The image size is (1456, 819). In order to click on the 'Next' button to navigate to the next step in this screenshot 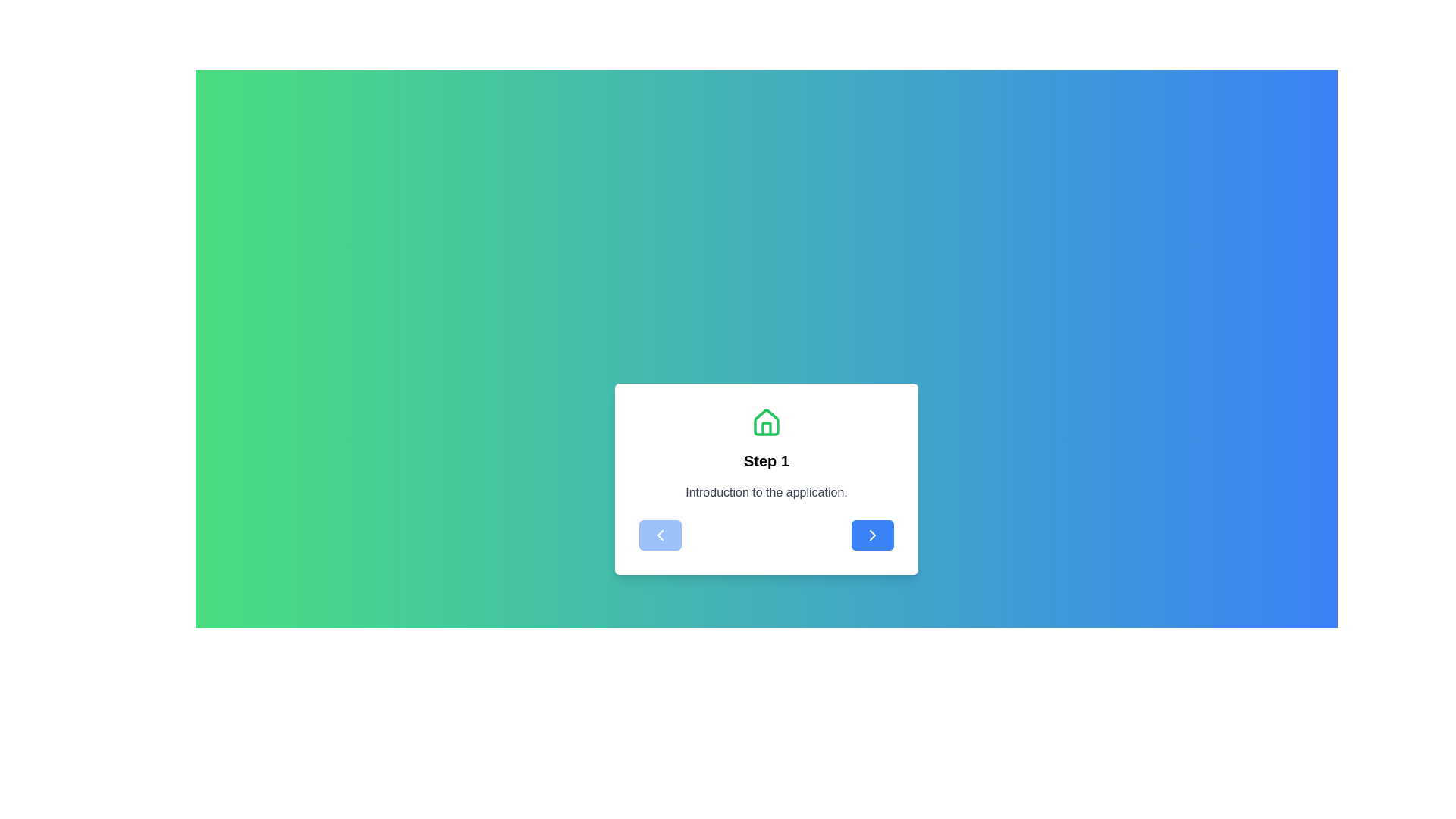, I will do `click(873, 534)`.